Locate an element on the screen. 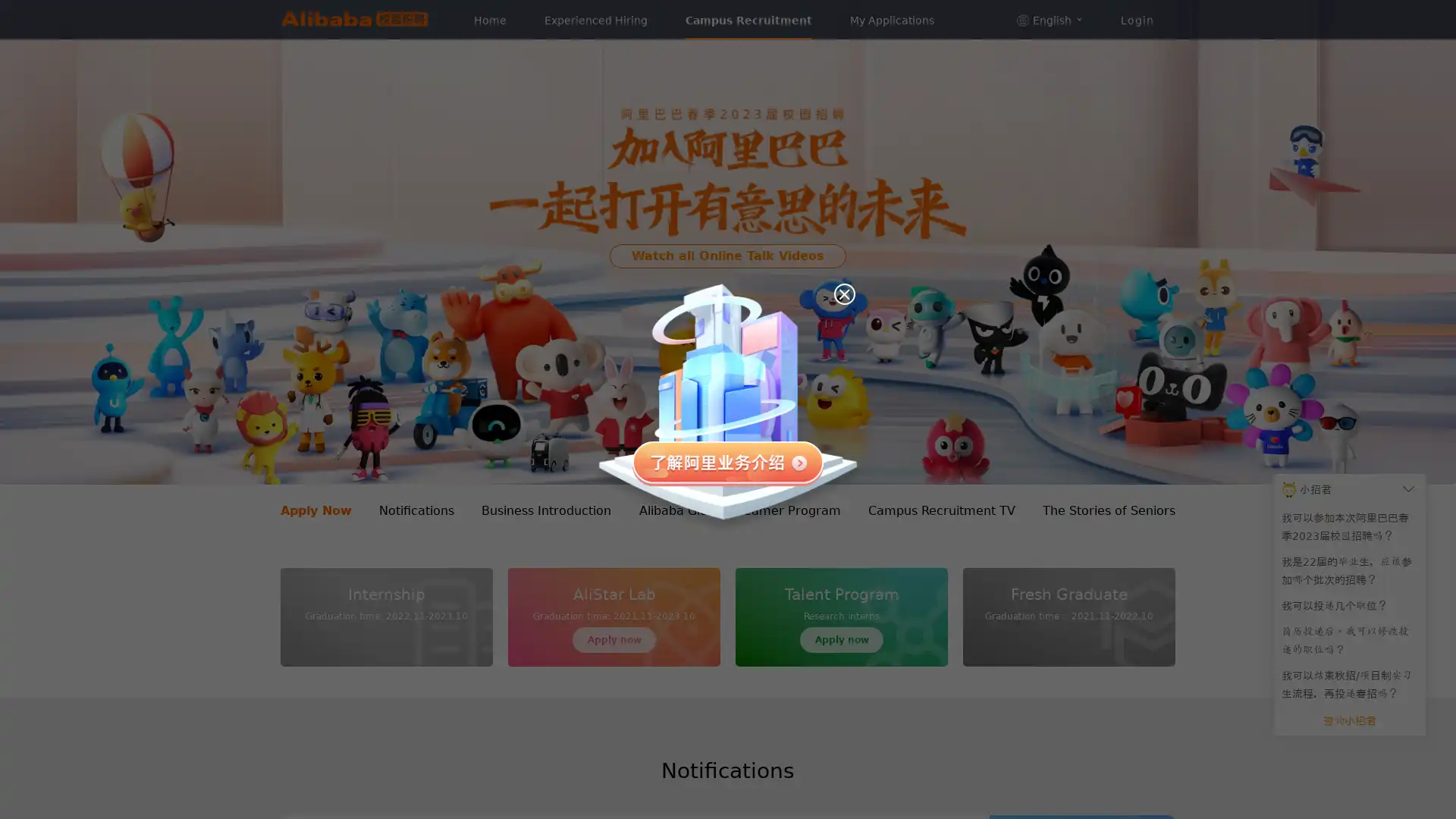 The image size is (1456, 819). Apply now is located at coordinates (840, 640).